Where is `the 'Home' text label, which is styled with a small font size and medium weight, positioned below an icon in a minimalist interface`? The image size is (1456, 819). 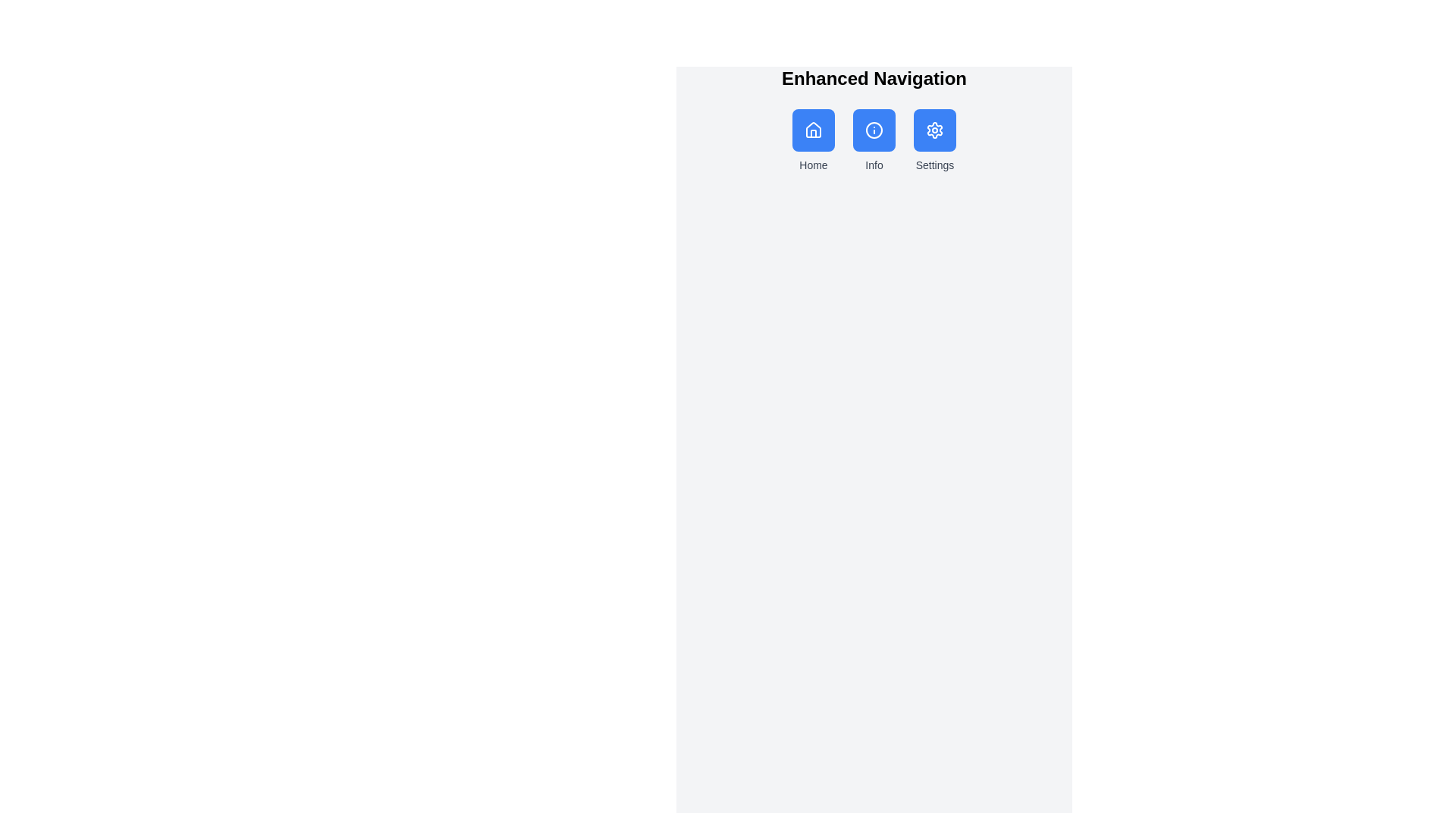
the 'Home' text label, which is styled with a small font size and medium weight, positioned below an icon in a minimalist interface is located at coordinates (812, 165).